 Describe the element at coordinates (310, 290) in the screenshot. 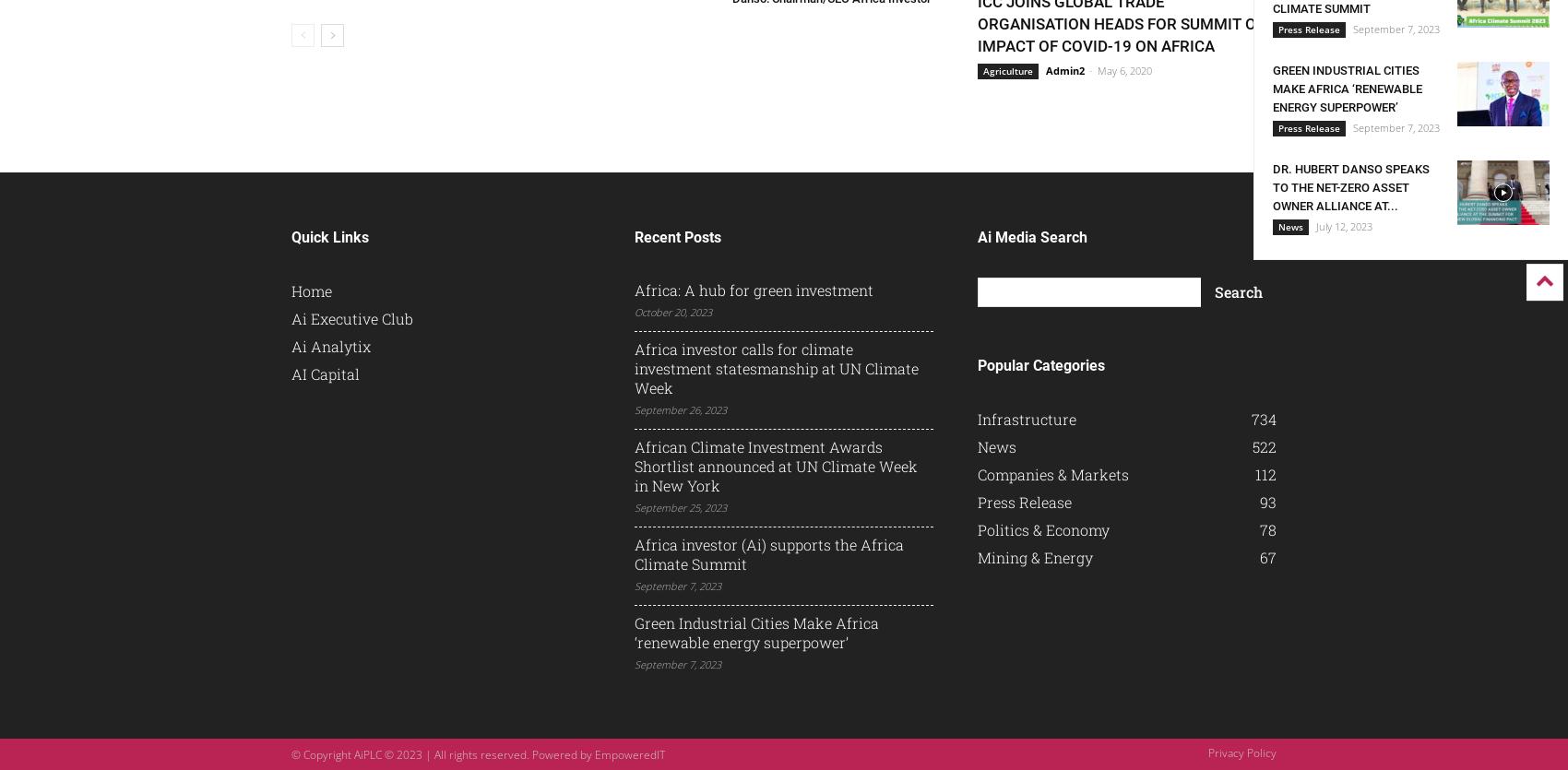

I see `'Home'` at that location.